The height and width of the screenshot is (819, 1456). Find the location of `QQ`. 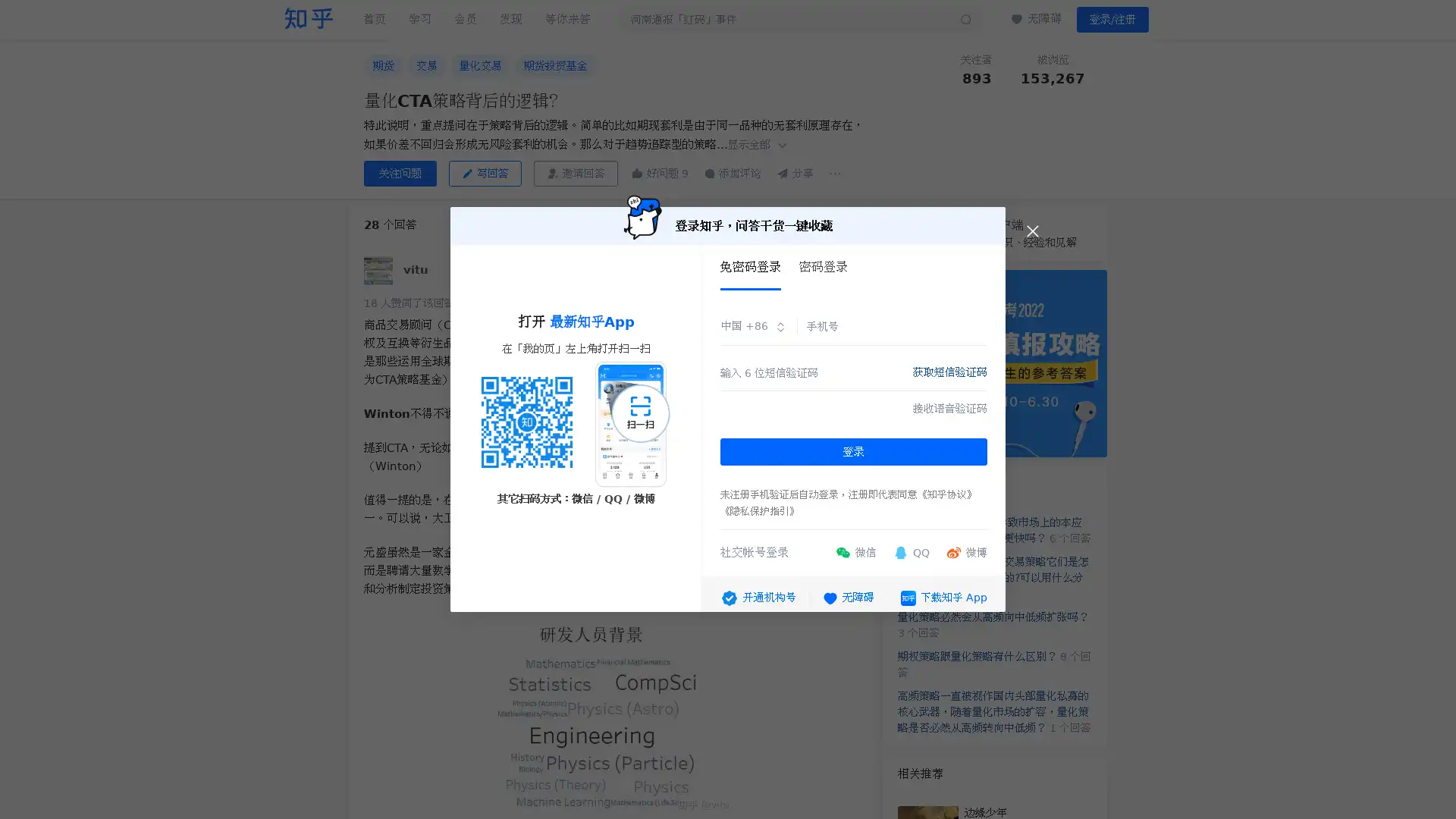

QQ is located at coordinates (910, 548).